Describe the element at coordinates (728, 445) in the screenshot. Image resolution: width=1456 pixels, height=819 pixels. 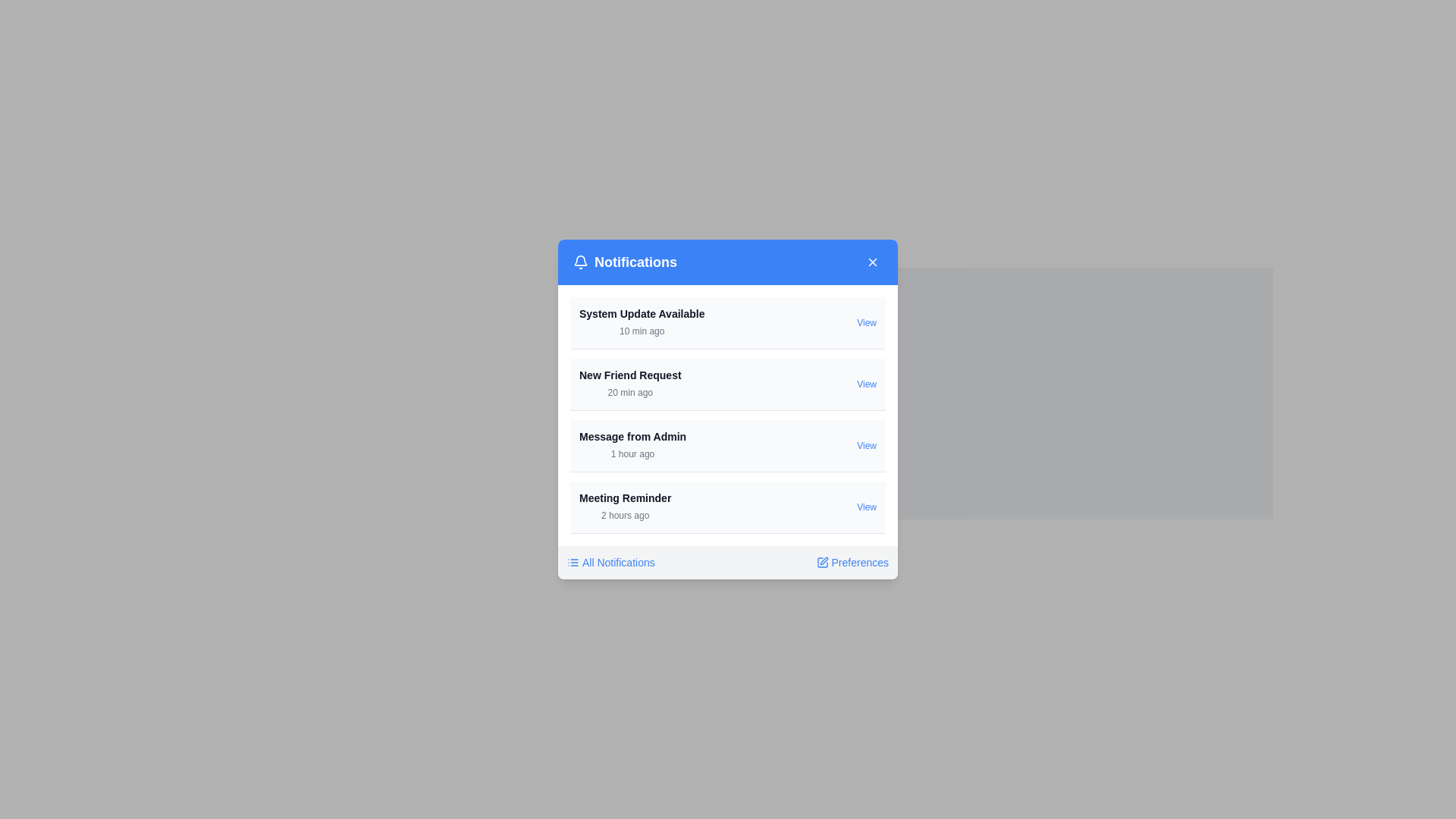
I see `the Notification card, which is the third item in the vertical list of notifications, positioned between 'New Friend Request' and 'Meeting Reminder'` at that location.